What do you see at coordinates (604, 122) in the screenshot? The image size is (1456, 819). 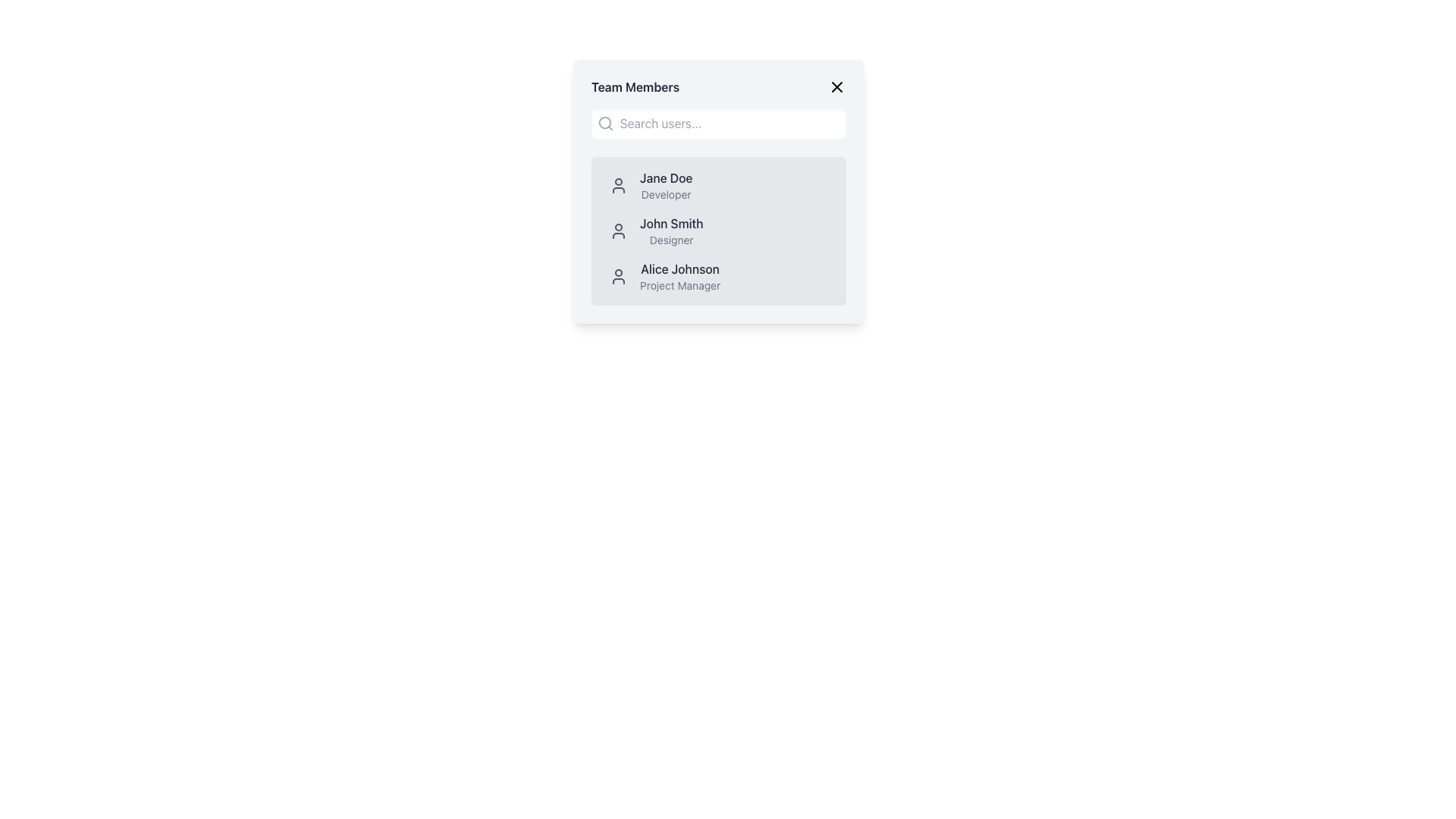 I see `the circular portion of the magnifying glass icon associated with the search functionality, located to the left of the search text field in the 'Team Members' pop-up panel` at bounding box center [604, 122].